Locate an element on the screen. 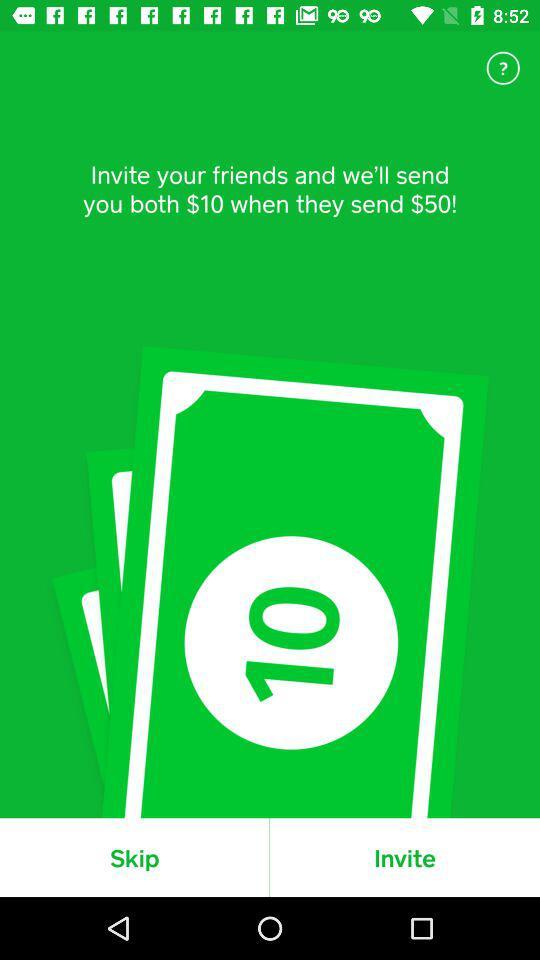 The image size is (540, 960). icon next to invite is located at coordinates (134, 856).